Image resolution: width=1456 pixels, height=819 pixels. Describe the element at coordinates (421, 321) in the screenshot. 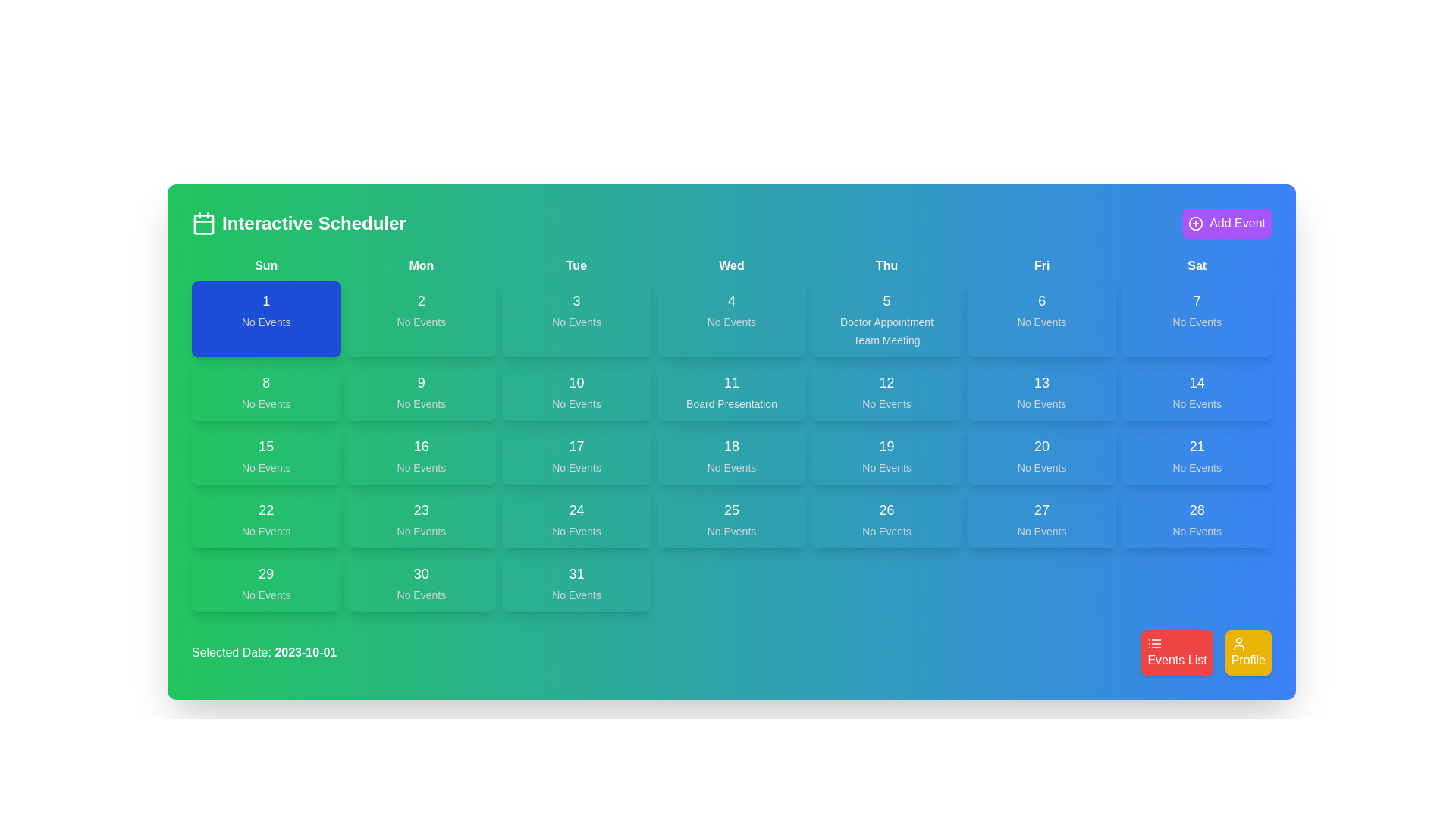

I see `text content of the label indicating that there are no scheduled events for Monday, October 2nd, located in the second column of the calendar grid below the numeric day label '2'` at that location.